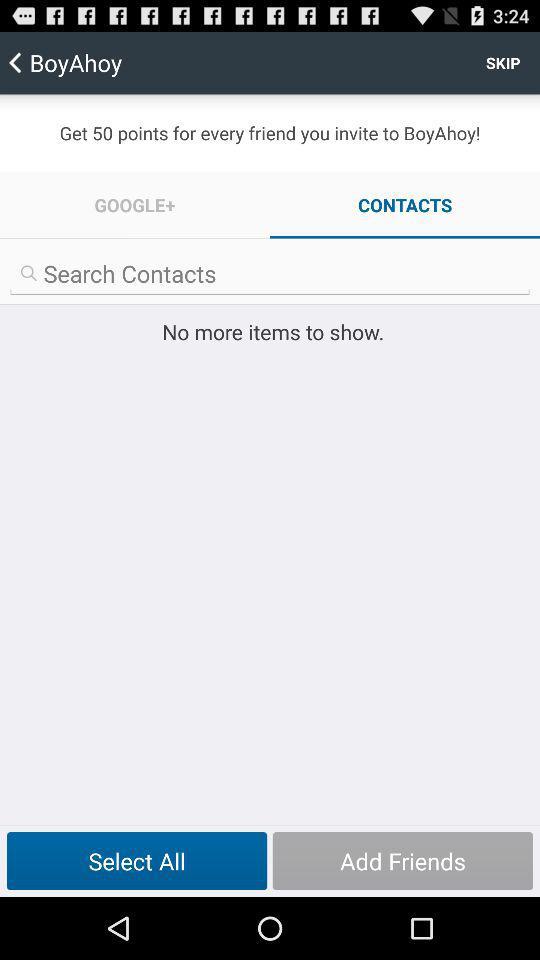  What do you see at coordinates (135, 205) in the screenshot?
I see `google+ icon` at bounding box center [135, 205].